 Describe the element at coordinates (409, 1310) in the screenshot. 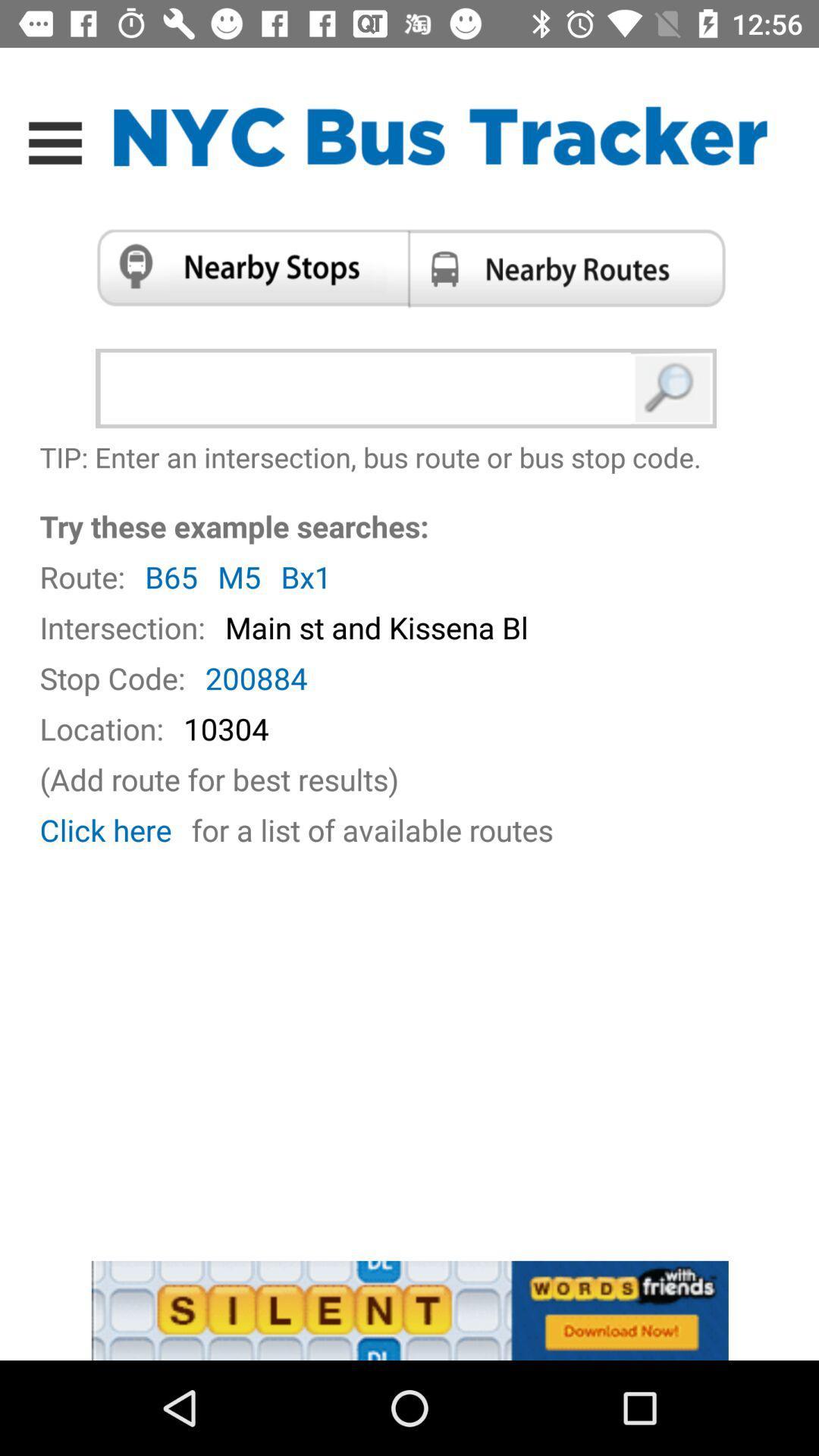

I see `words with friends advertisement` at that location.